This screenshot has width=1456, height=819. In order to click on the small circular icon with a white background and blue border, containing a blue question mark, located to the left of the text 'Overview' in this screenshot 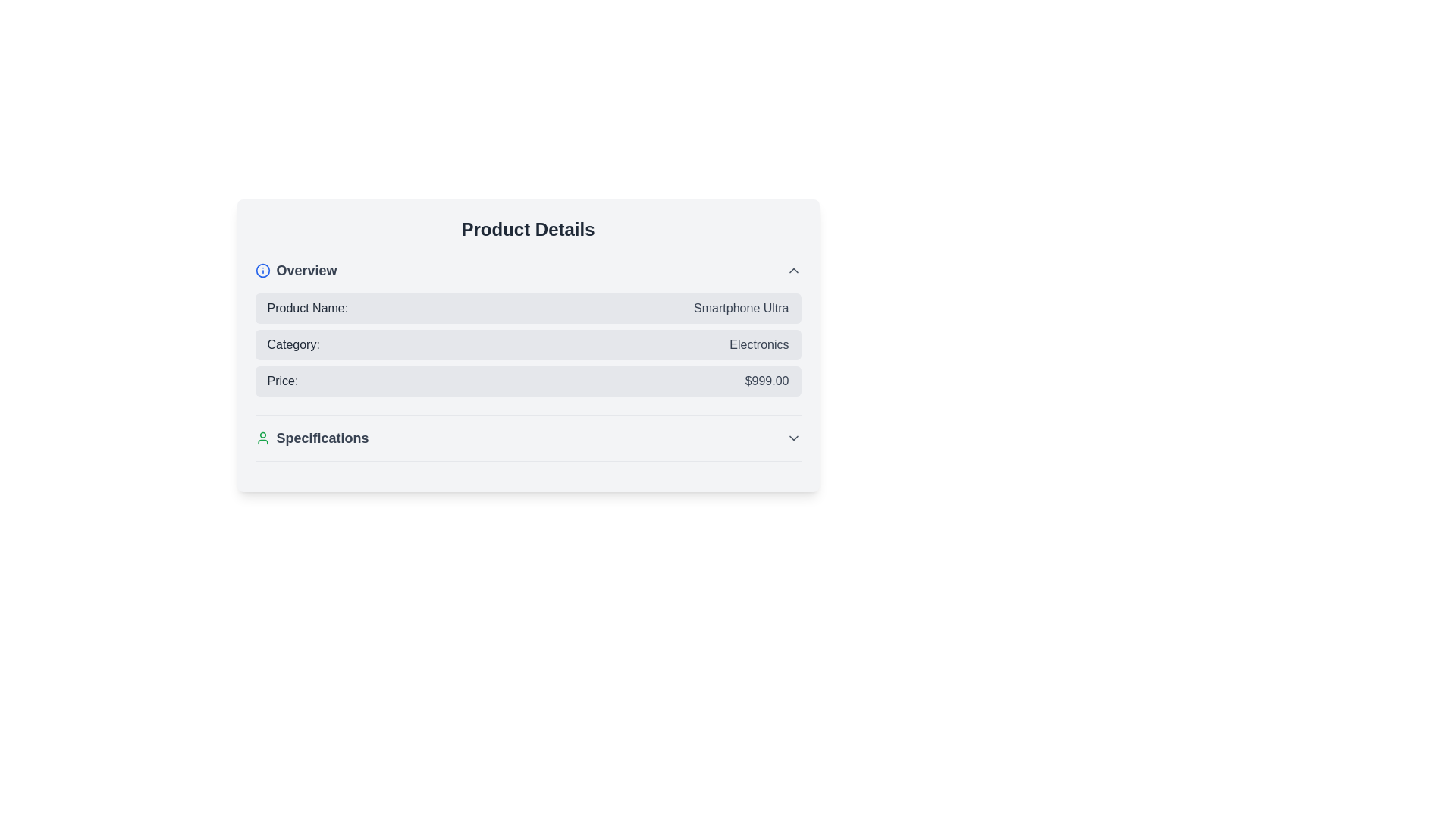, I will do `click(262, 270)`.